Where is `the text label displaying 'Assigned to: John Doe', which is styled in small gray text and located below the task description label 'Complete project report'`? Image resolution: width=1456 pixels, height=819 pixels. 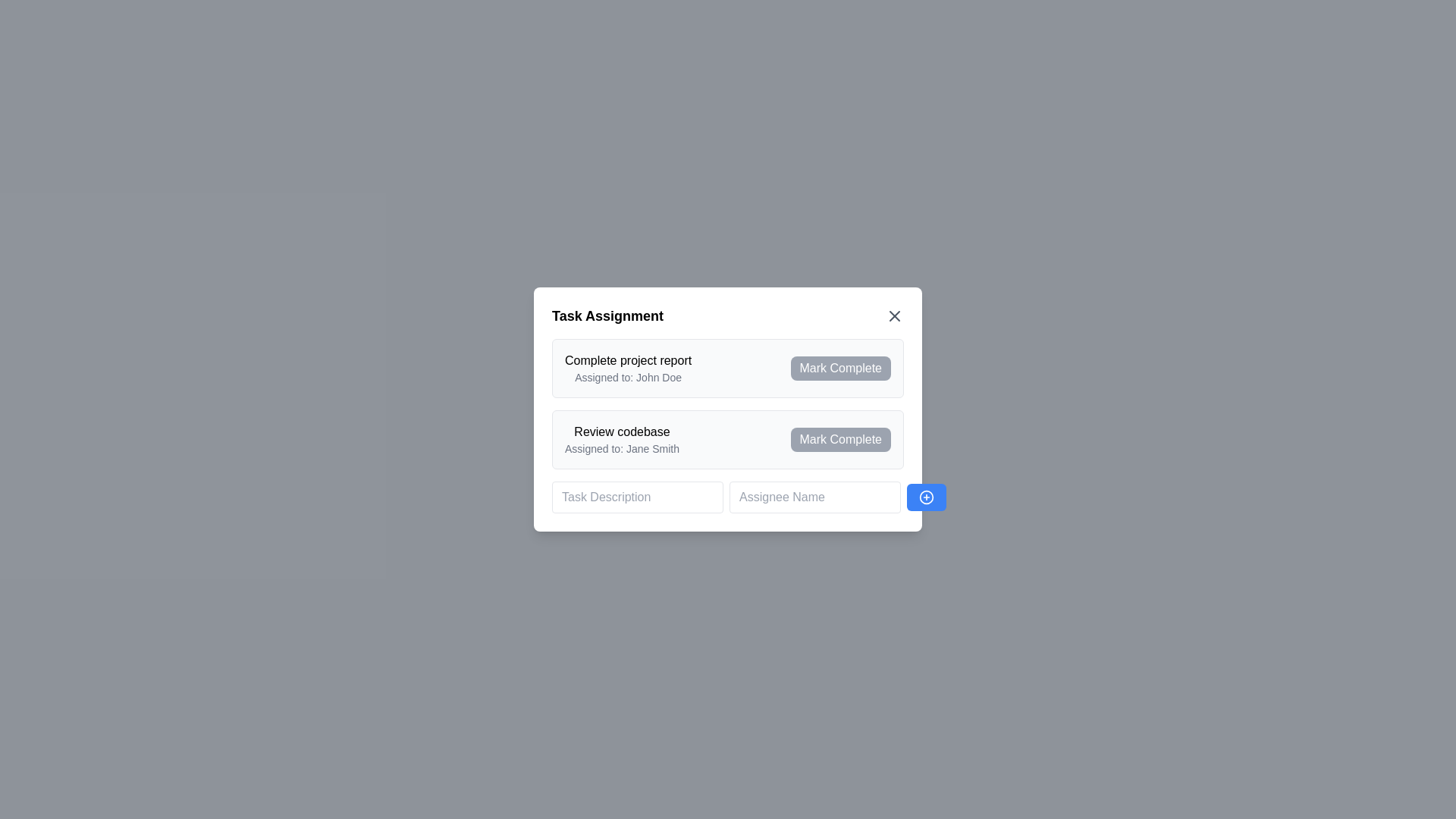
the text label displaying 'Assigned to: John Doe', which is styled in small gray text and located below the task description label 'Complete project report' is located at coordinates (628, 376).